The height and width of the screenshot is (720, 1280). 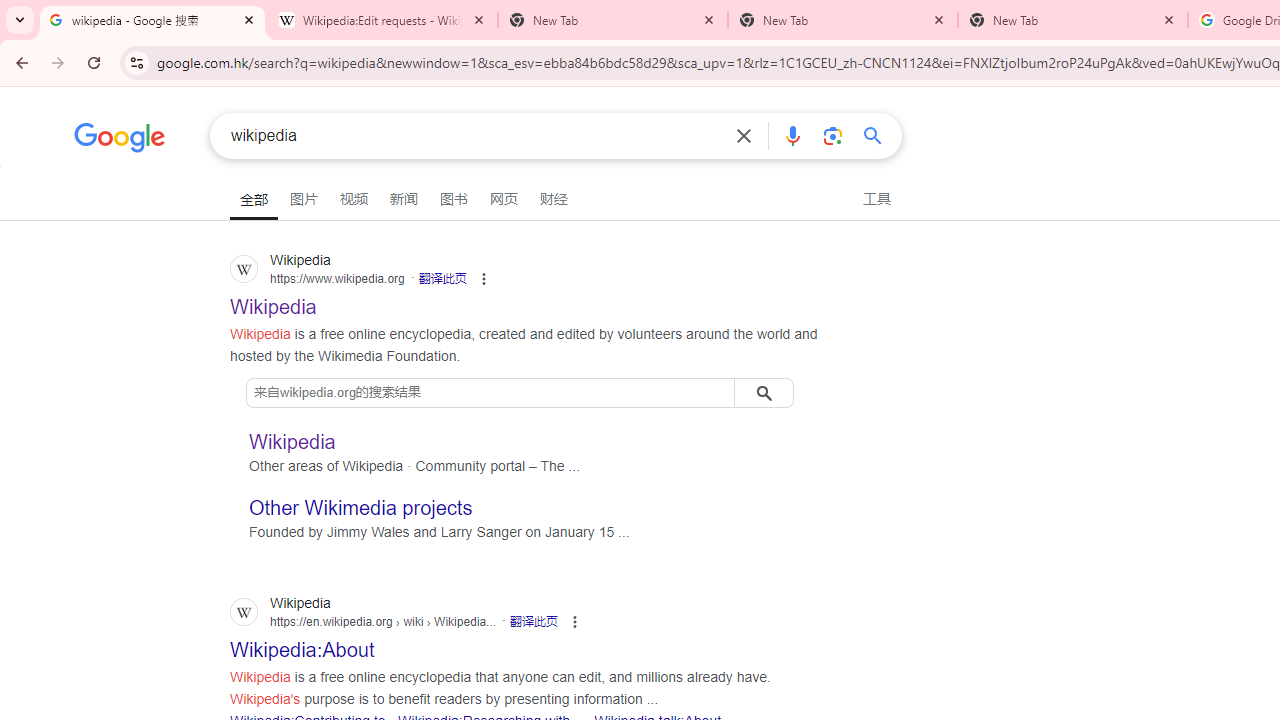 I want to click on 'Reload', so click(x=93, y=61).